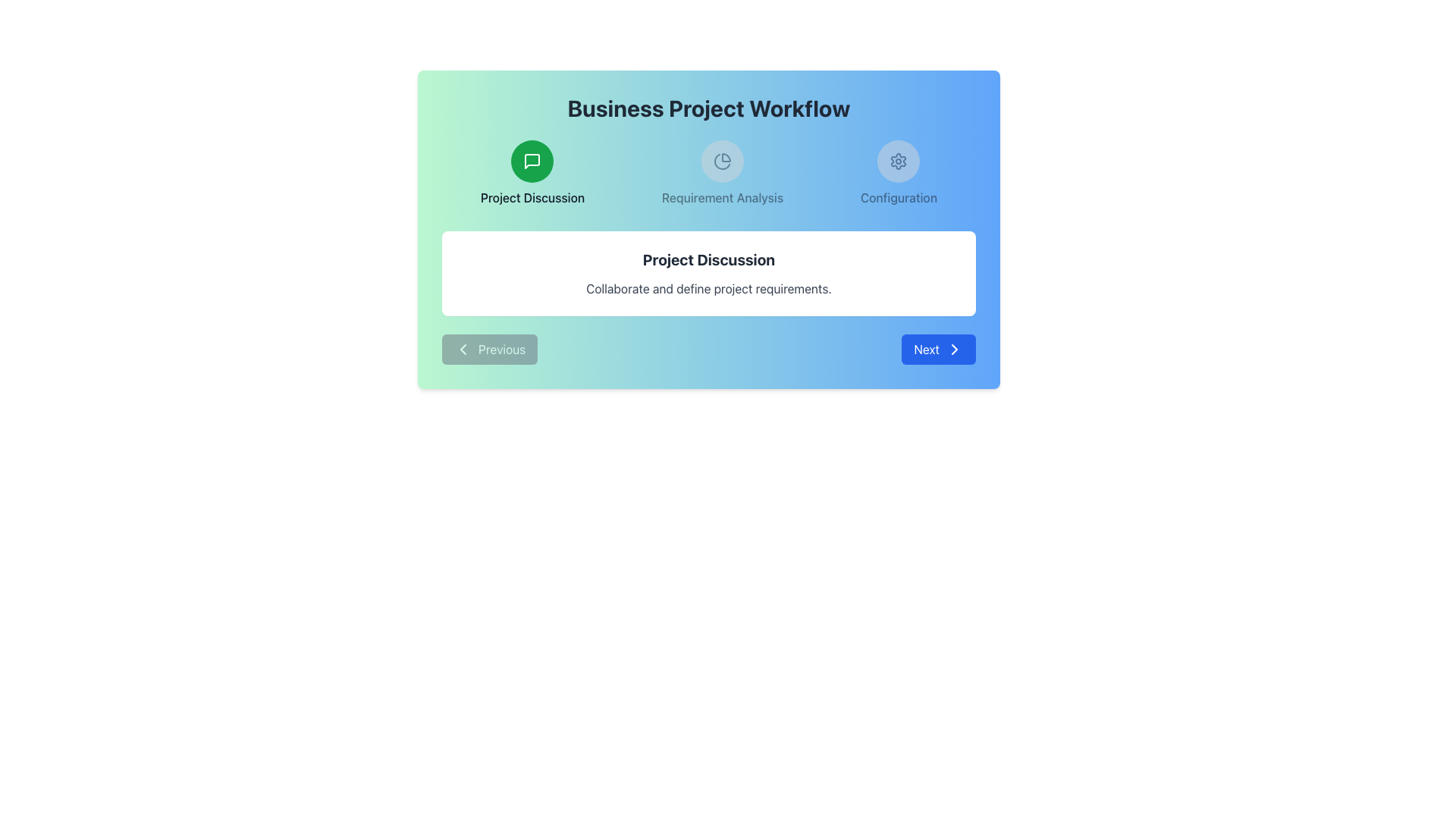  What do you see at coordinates (708, 172) in the screenshot?
I see `the second segment of the Progress bar representing the 'Requirement Analysis' stage in the Business Project Workflow card interface` at bounding box center [708, 172].